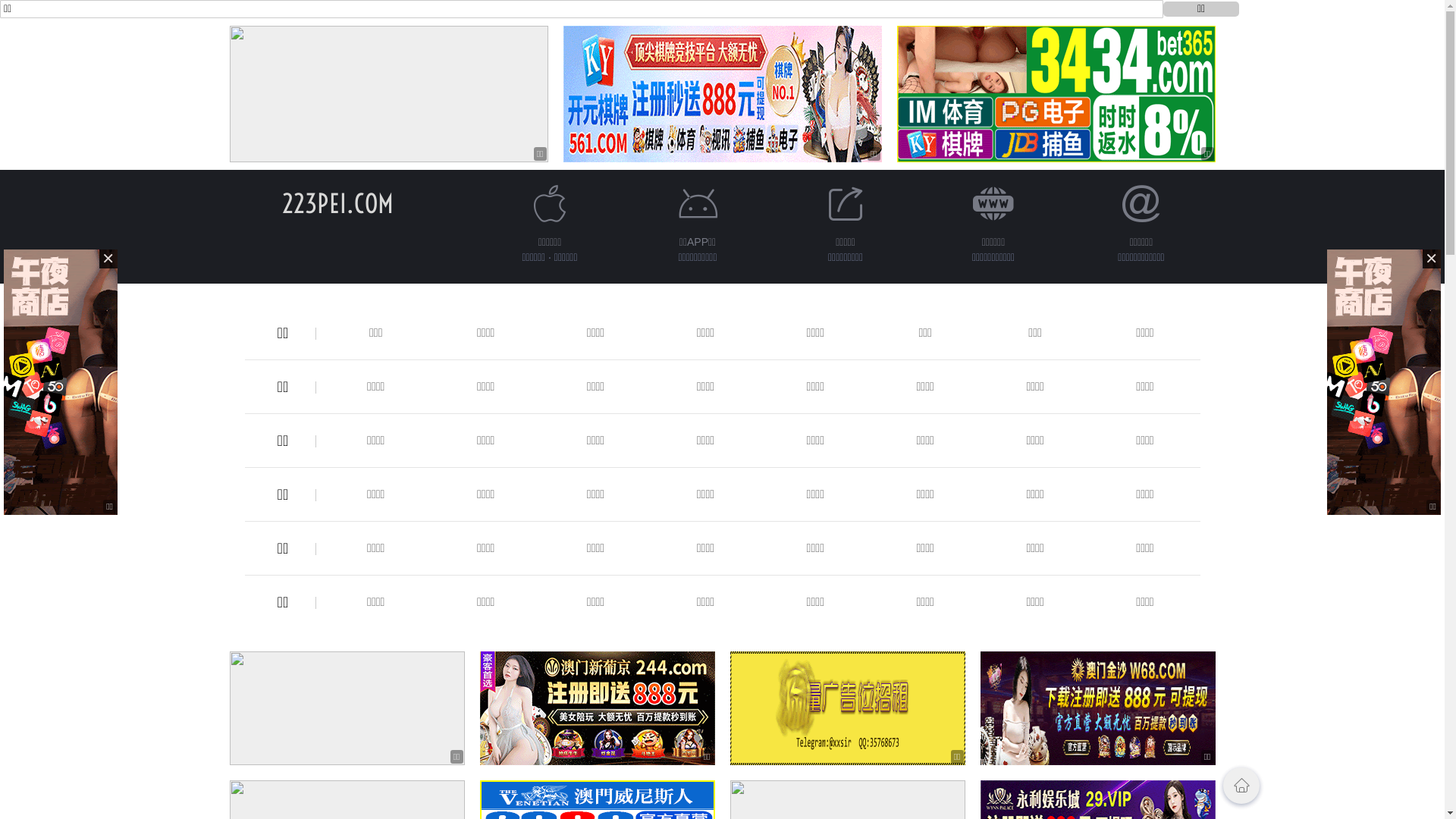 Image resolution: width=1456 pixels, height=819 pixels. What do you see at coordinates (282, 202) in the screenshot?
I see `'223PEI.COM'` at bounding box center [282, 202].